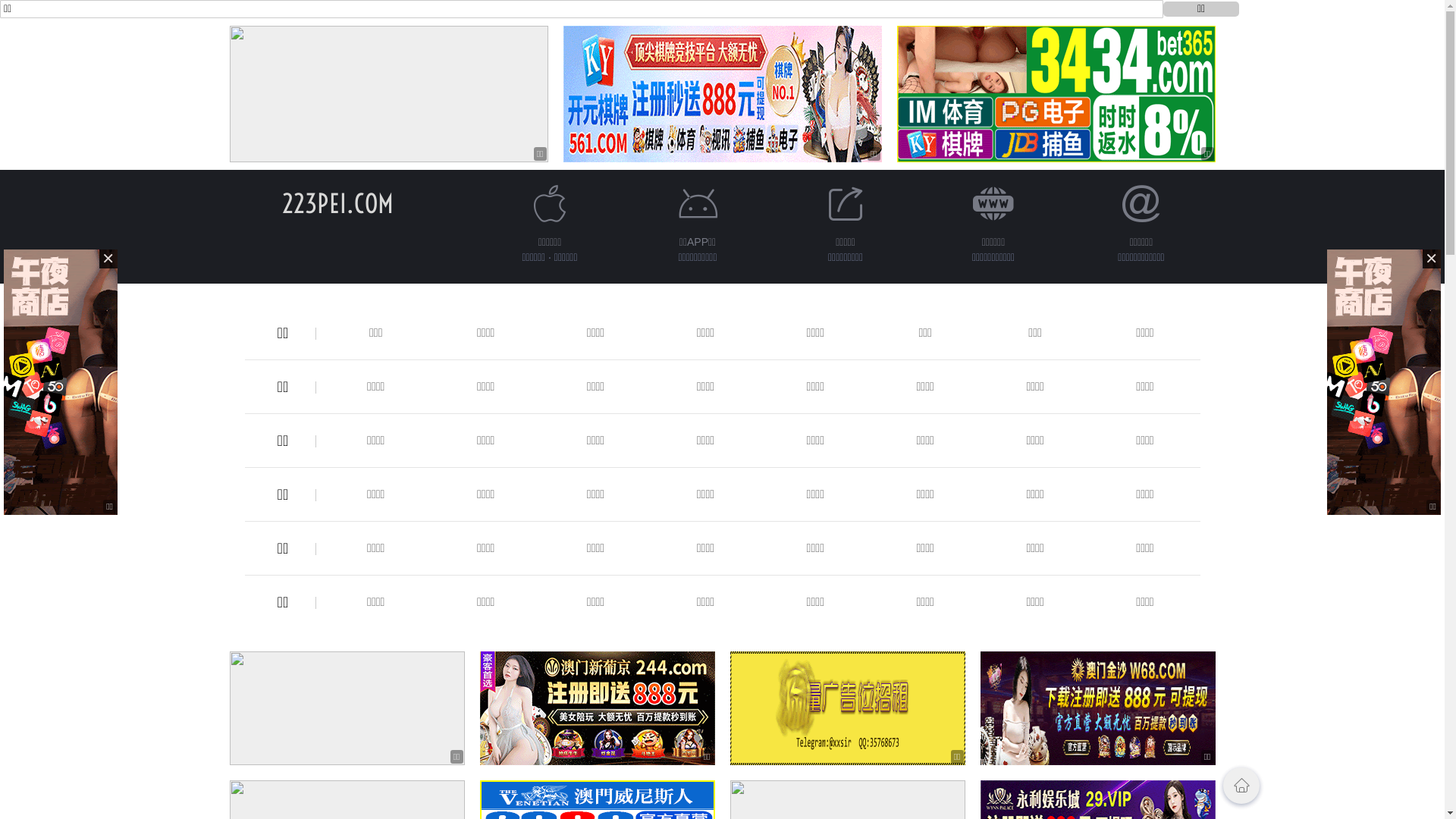 Image resolution: width=1456 pixels, height=819 pixels. What do you see at coordinates (282, 202) in the screenshot?
I see `'223PEI.COM'` at bounding box center [282, 202].